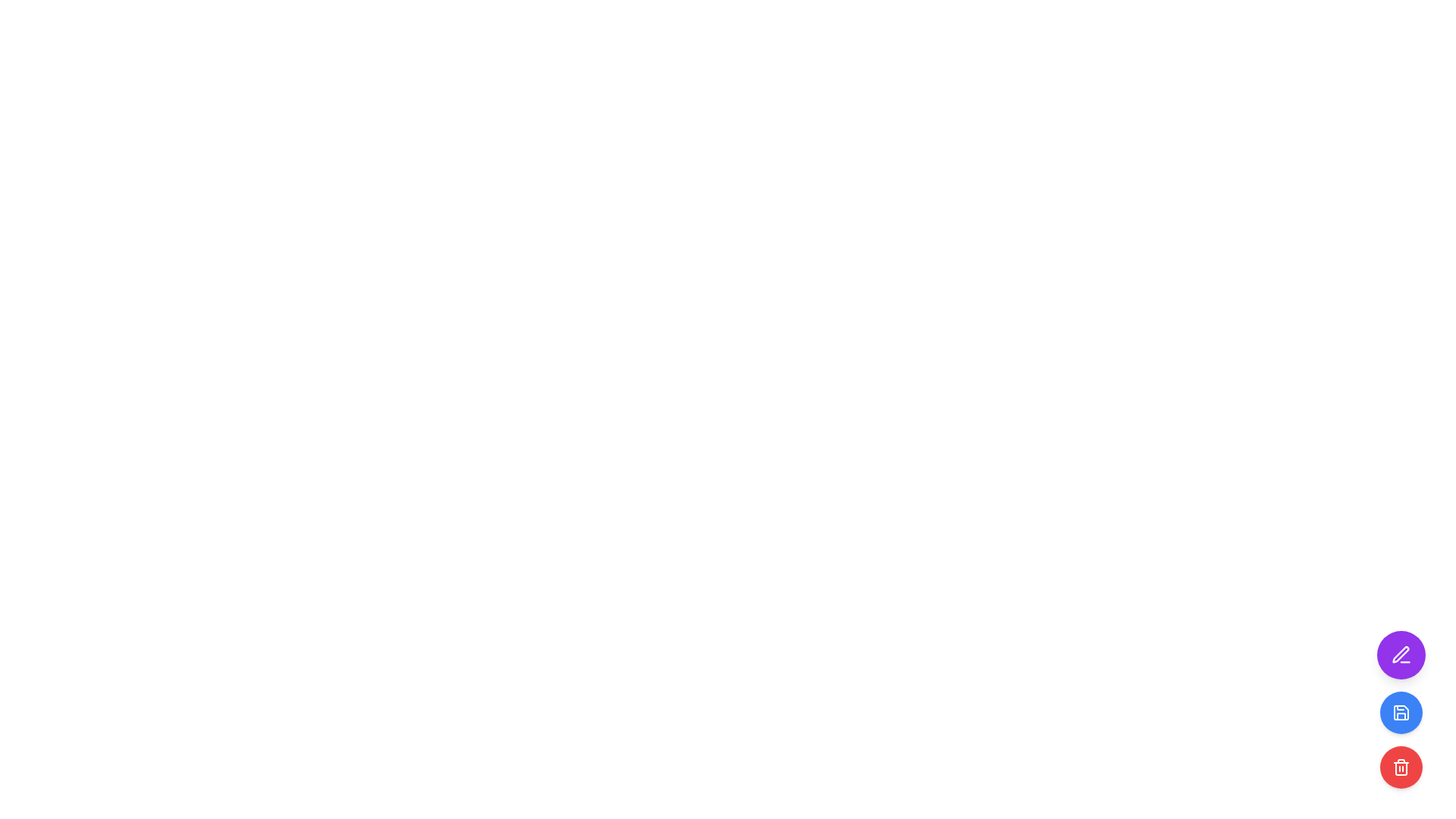  I want to click on the blue circular button with a floppy disk icon located in the lower right quadrant of the interface, so click(1401, 713).